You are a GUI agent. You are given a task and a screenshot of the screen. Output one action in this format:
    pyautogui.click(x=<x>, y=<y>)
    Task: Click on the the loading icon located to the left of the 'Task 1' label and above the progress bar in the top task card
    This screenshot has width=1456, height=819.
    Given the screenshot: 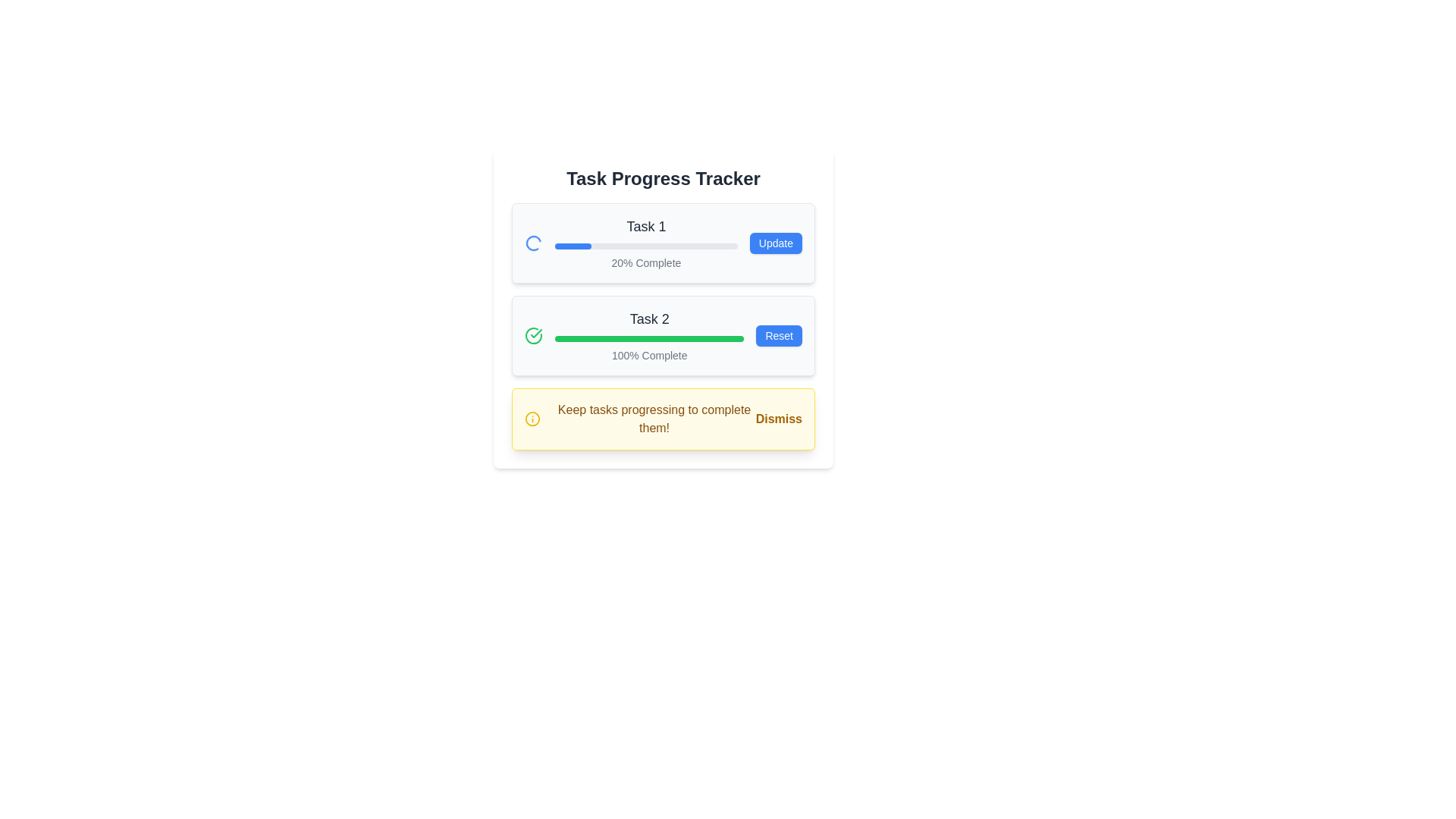 What is the action you would take?
    pyautogui.click(x=534, y=242)
    